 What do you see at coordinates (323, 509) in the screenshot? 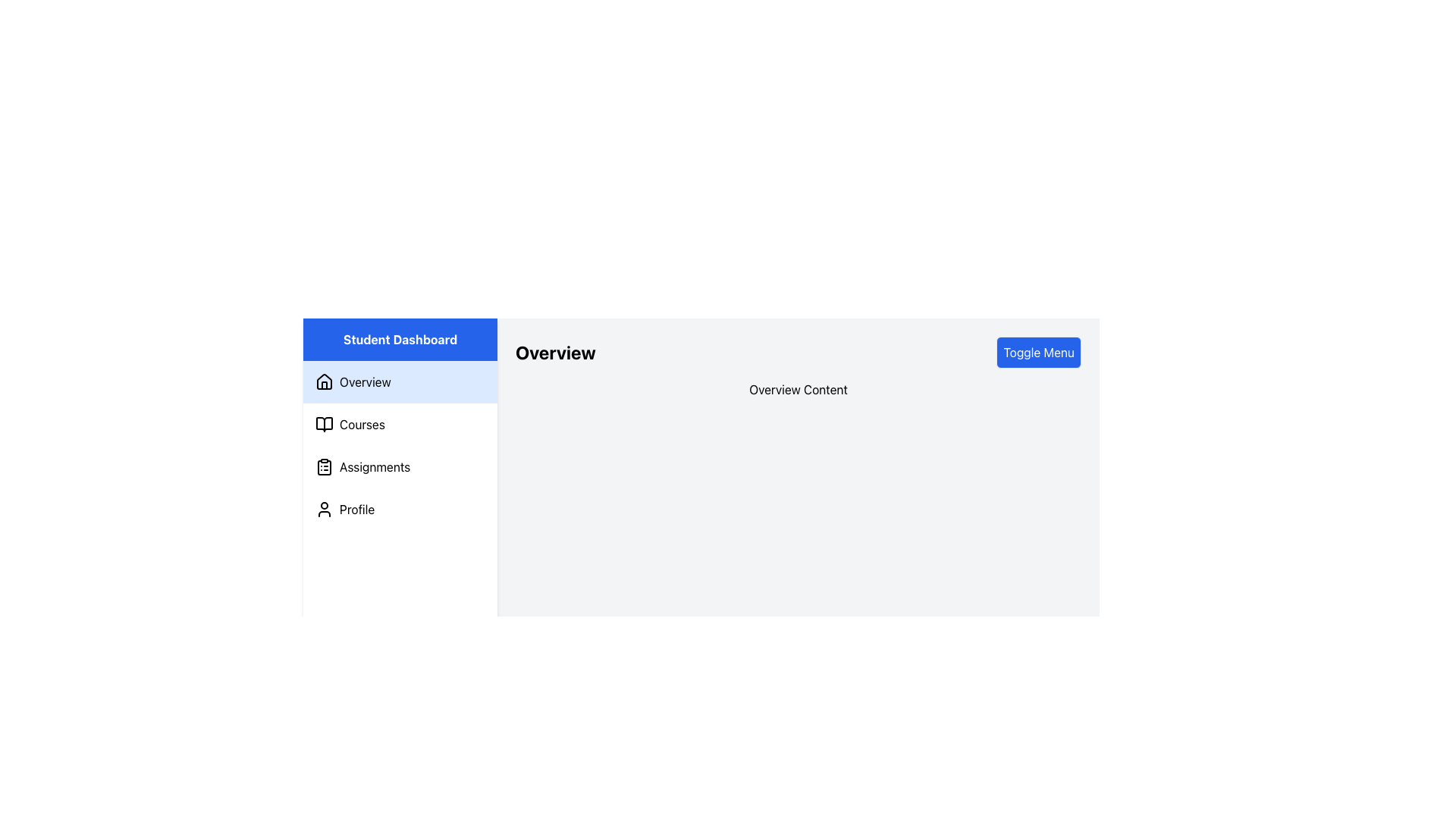
I see `the 'Profile' icon located in the vertical navigation menu on the left side of the page, positioned fourth in the menu list, to aid users in identifying user or account settings` at bounding box center [323, 509].